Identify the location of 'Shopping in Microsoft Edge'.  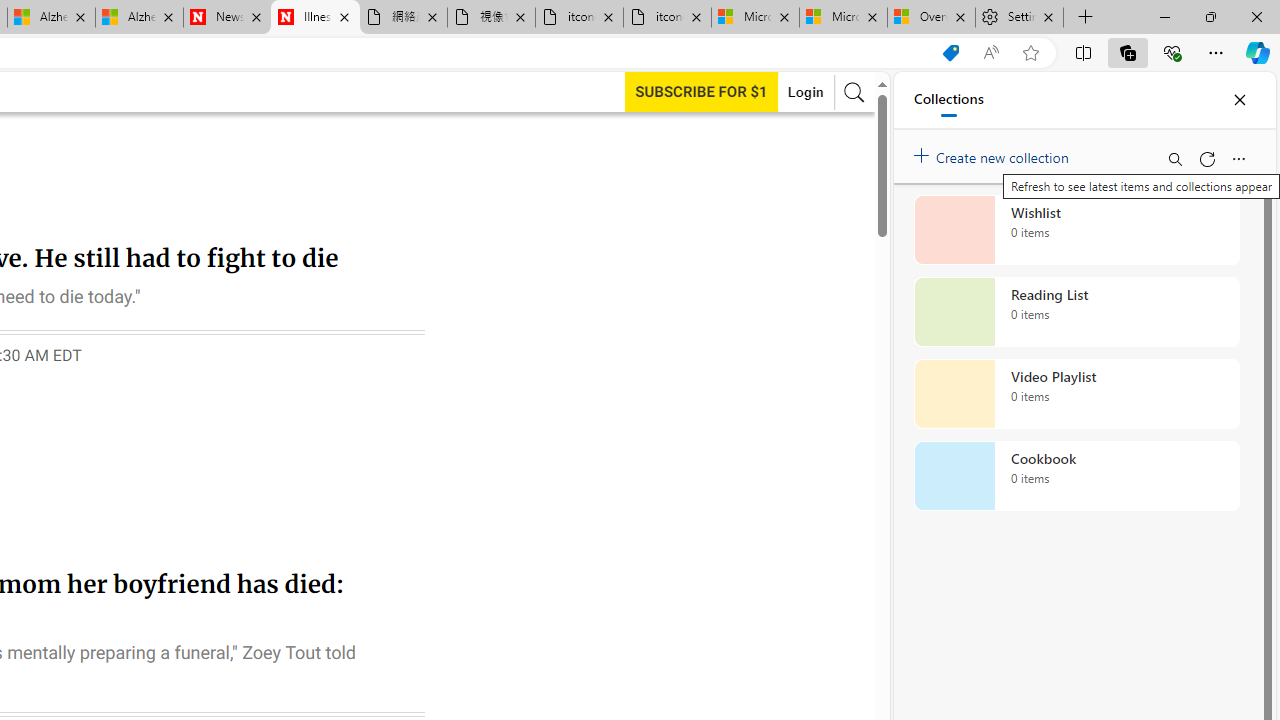
(950, 52).